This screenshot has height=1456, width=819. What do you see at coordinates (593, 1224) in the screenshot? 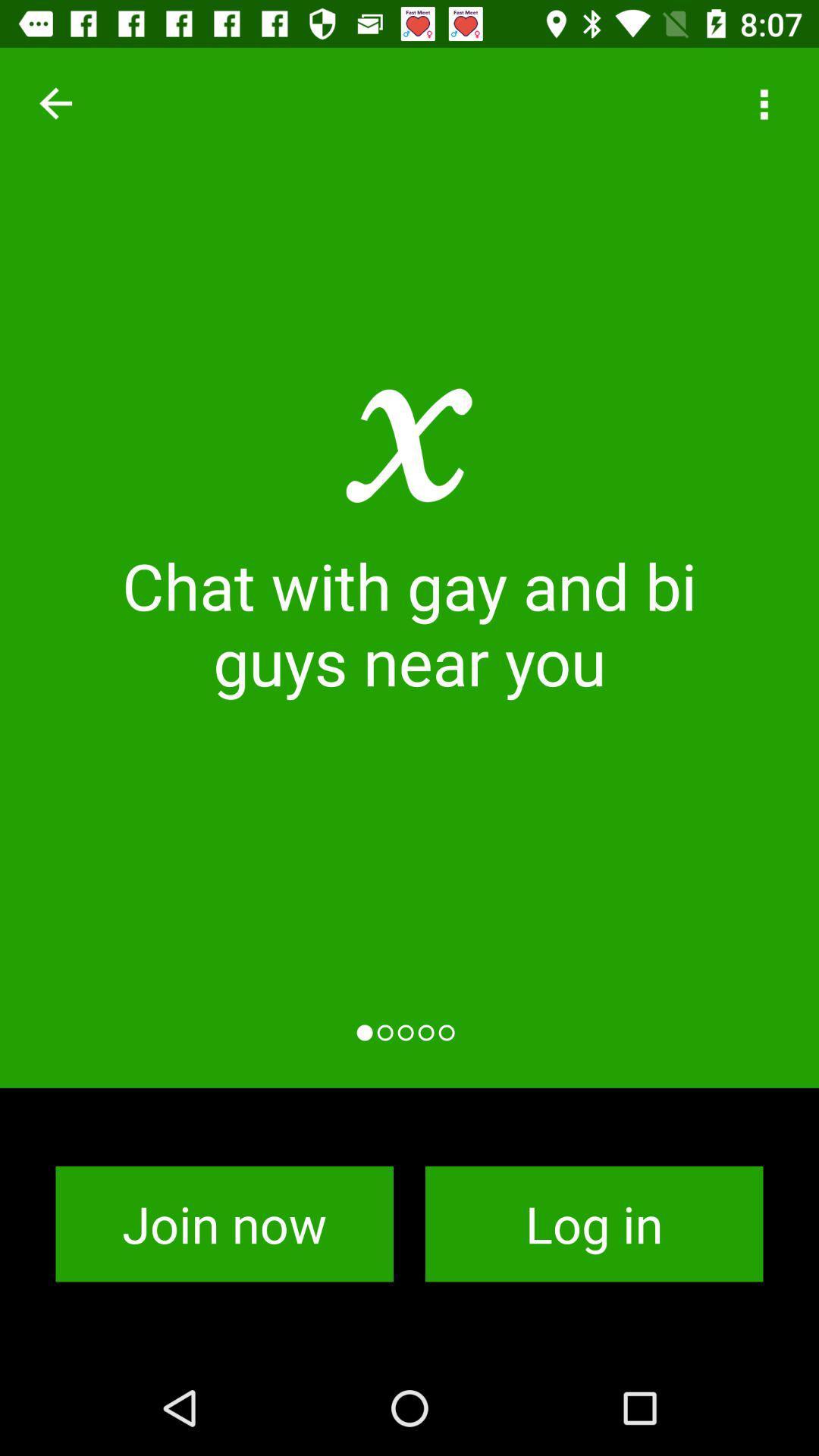
I see `the app to the right of the join now icon` at bounding box center [593, 1224].